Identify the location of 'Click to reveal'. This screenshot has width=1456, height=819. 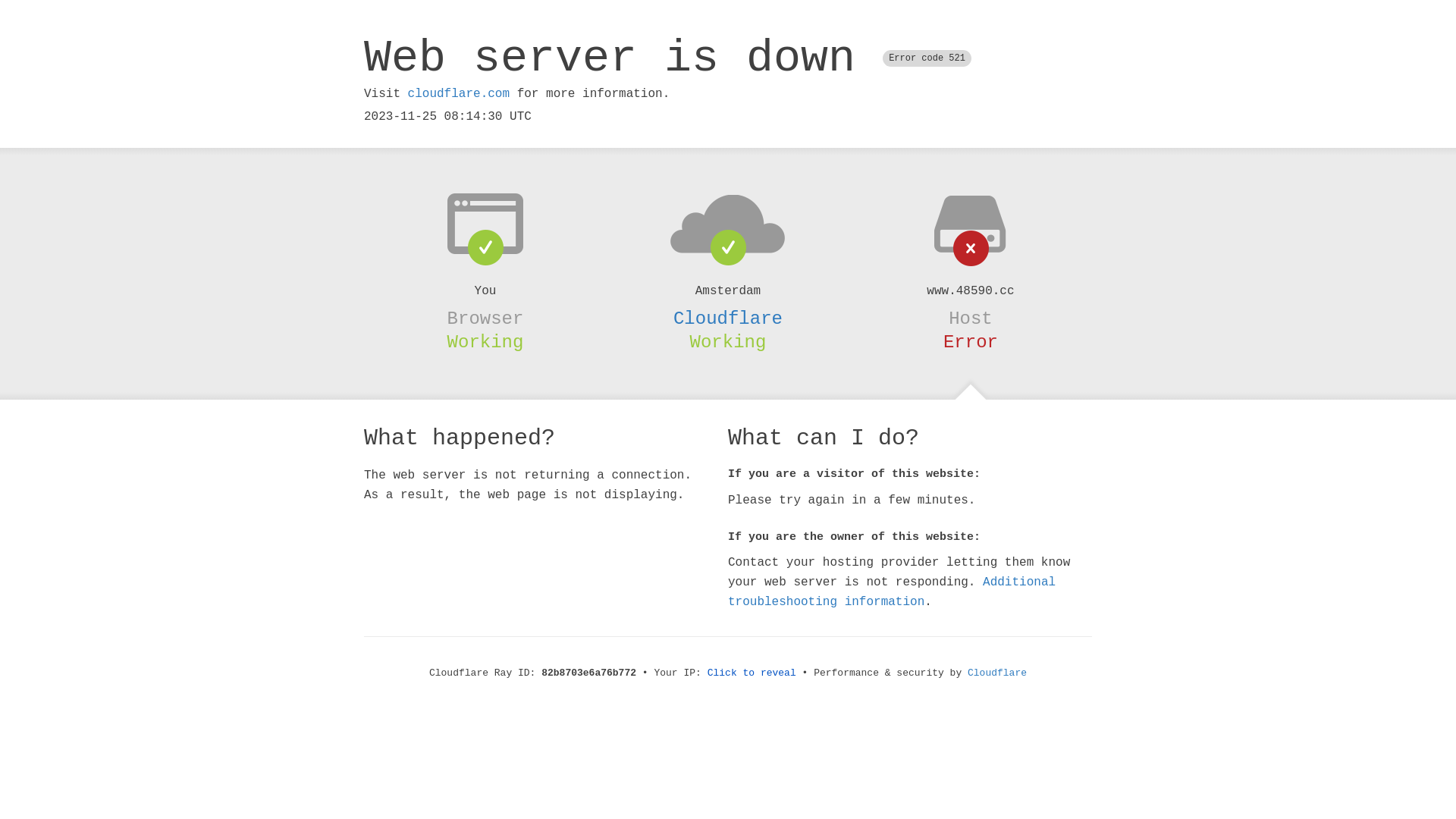
(752, 672).